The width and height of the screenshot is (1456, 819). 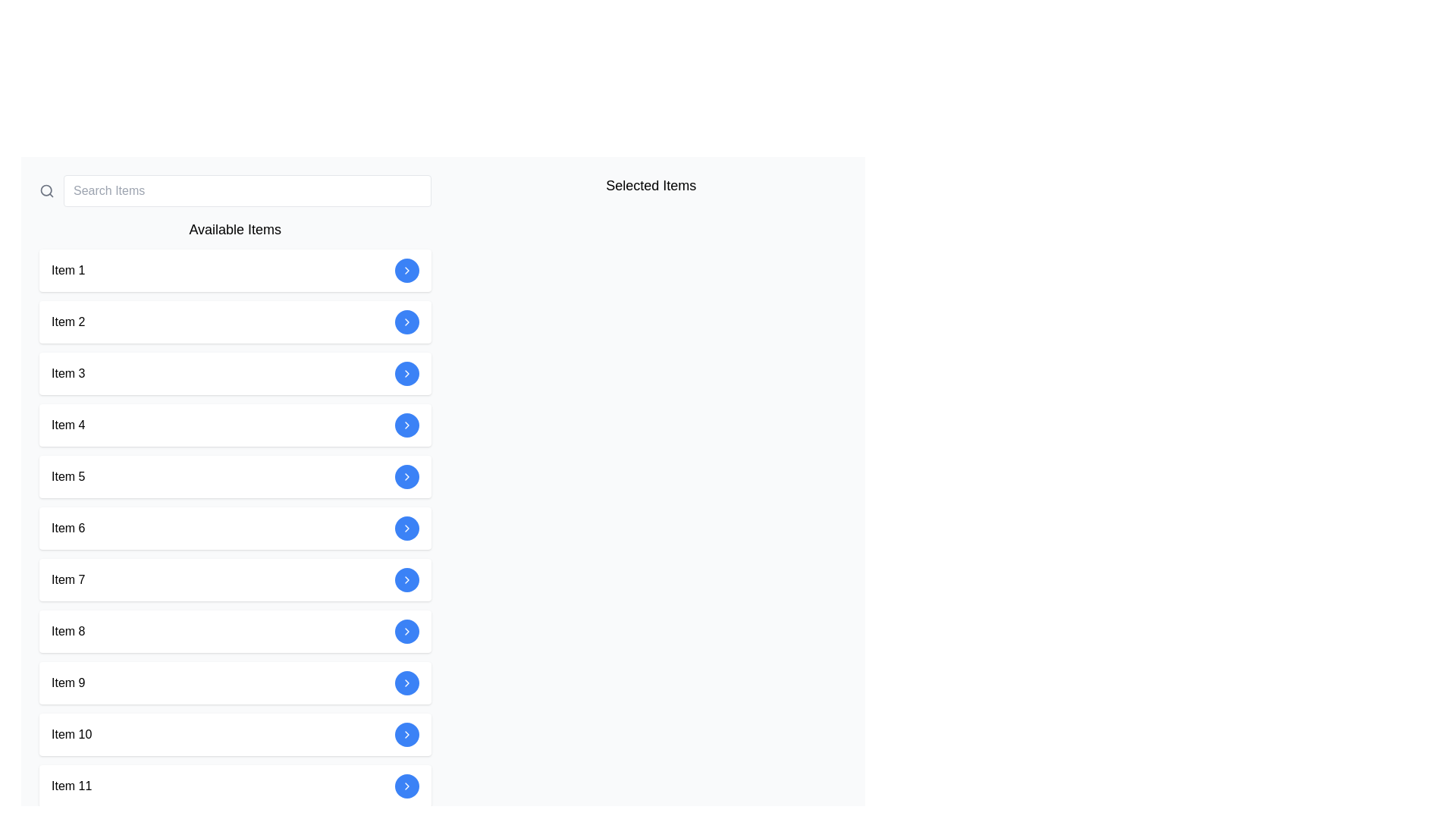 I want to click on the text label identifying 'Item 10' within the 'Available Items' section of the vertical list, so click(x=71, y=733).